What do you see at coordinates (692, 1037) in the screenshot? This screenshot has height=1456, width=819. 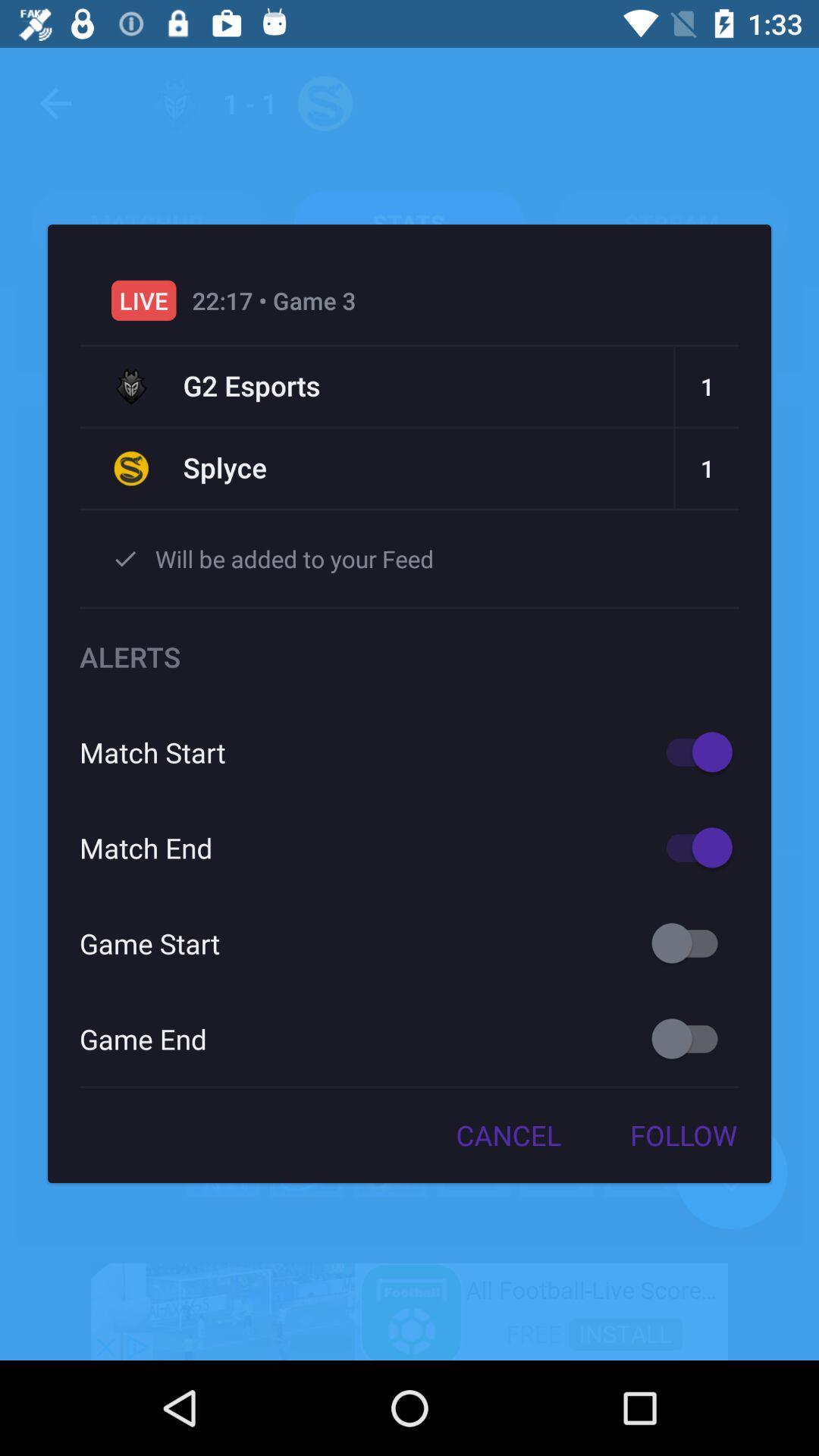 I see `game end open option` at bounding box center [692, 1037].